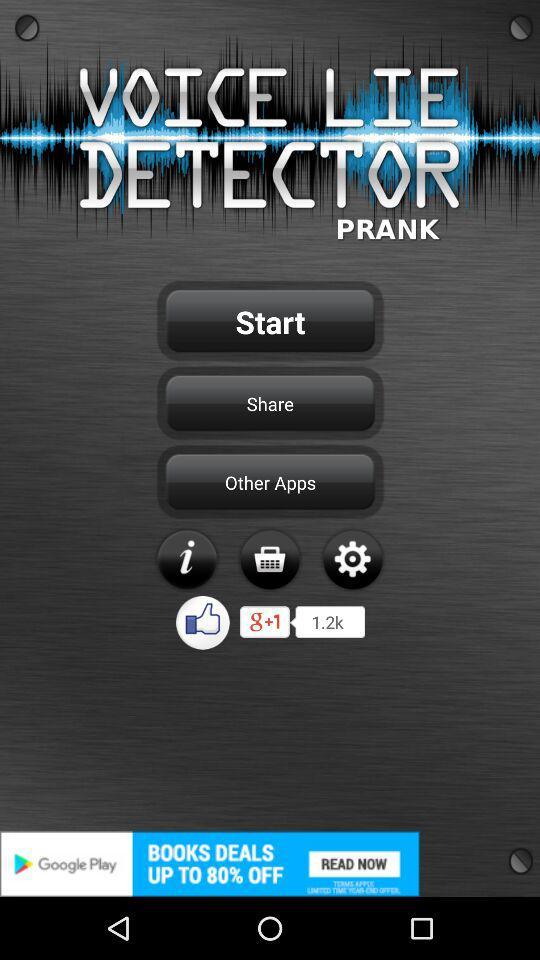  What do you see at coordinates (269, 559) in the screenshot?
I see `buy app` at bounding box center [269, 559].